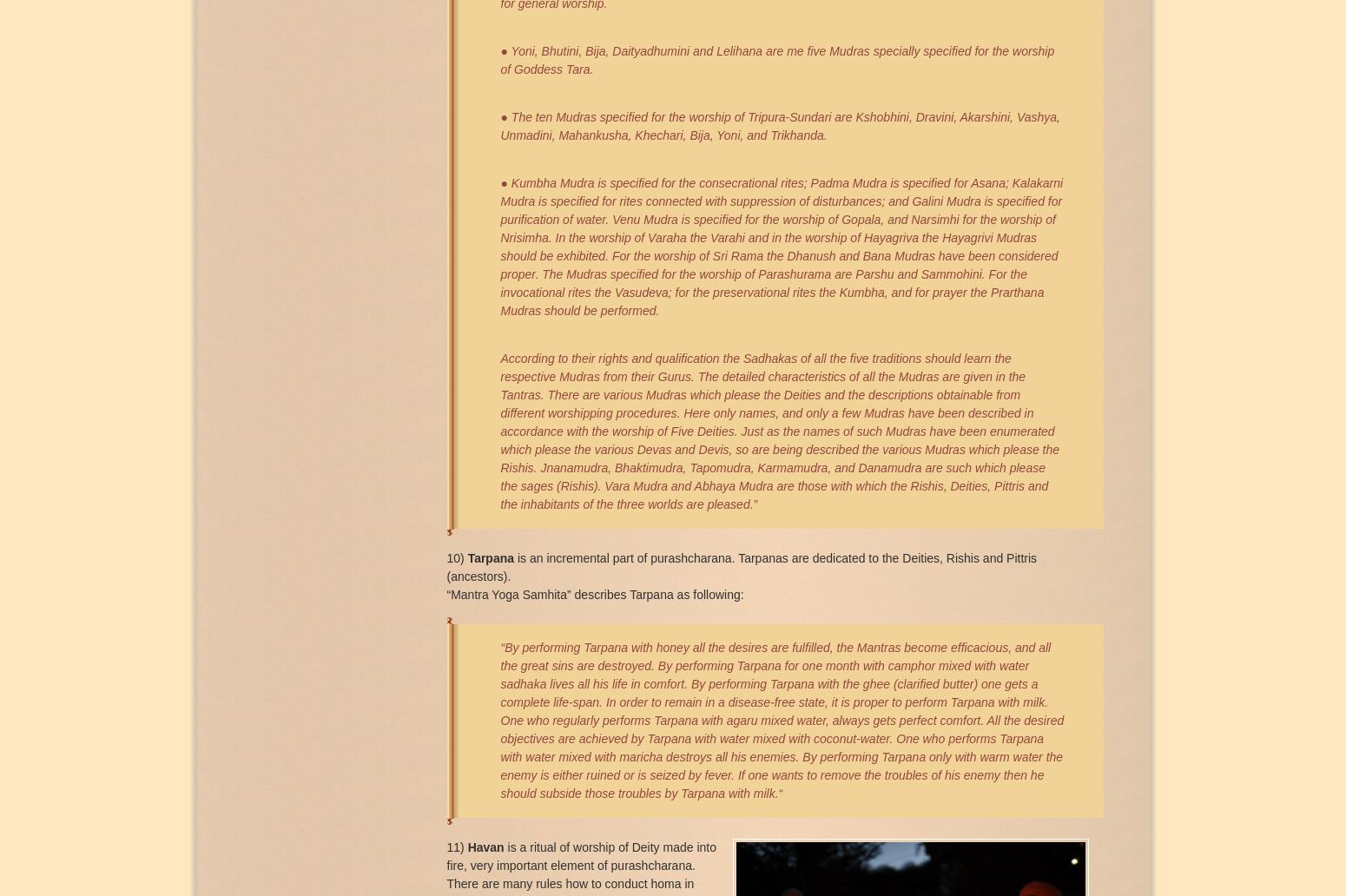 The height and width of the screenshot is (896, 1346). What do you see at coordinates (456, 846) in the screenshot?
I see `'11)'` at bounding box center [456, 846].